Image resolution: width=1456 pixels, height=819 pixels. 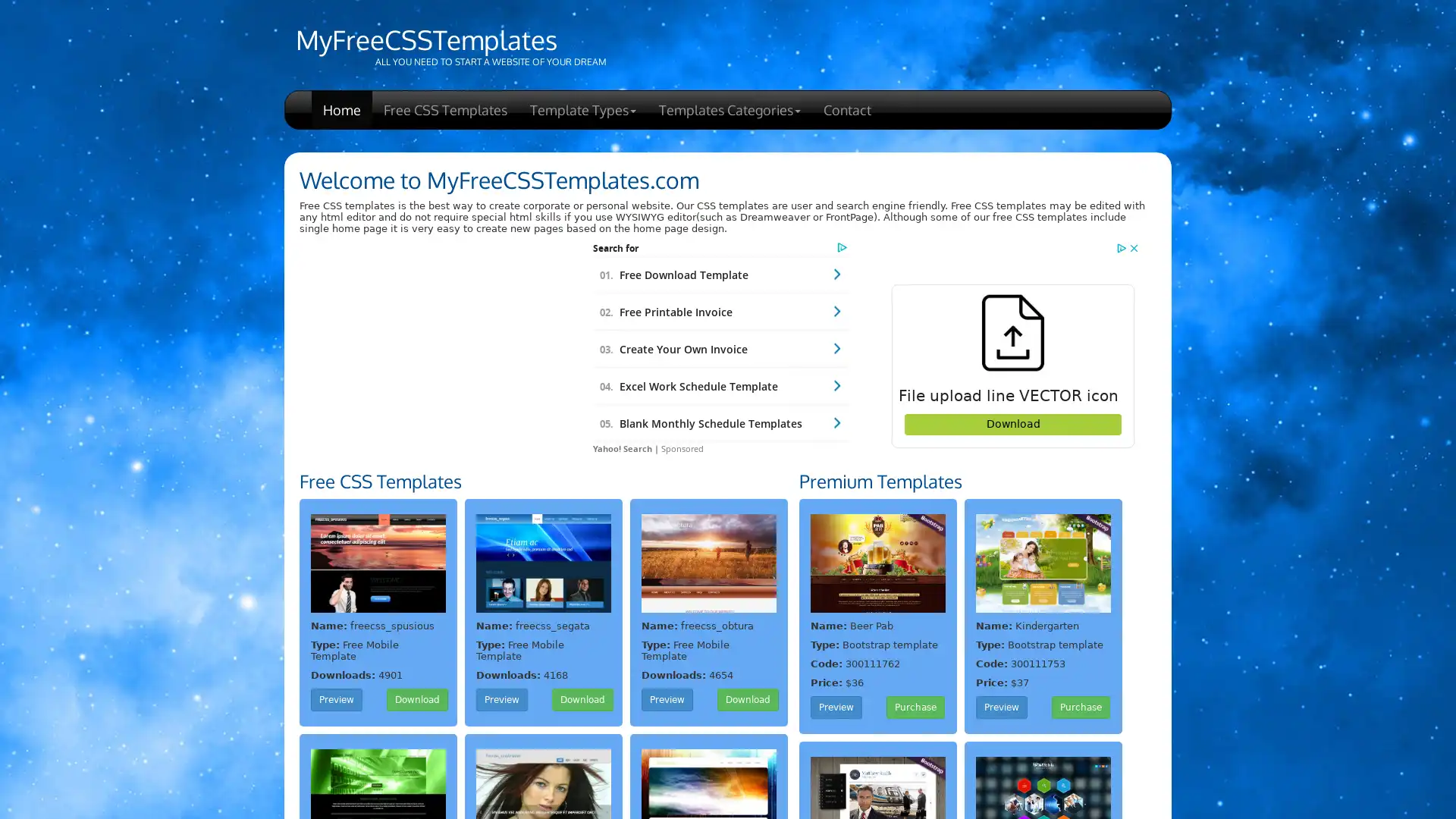 I want to click on Download, so click(x=417, y=699).